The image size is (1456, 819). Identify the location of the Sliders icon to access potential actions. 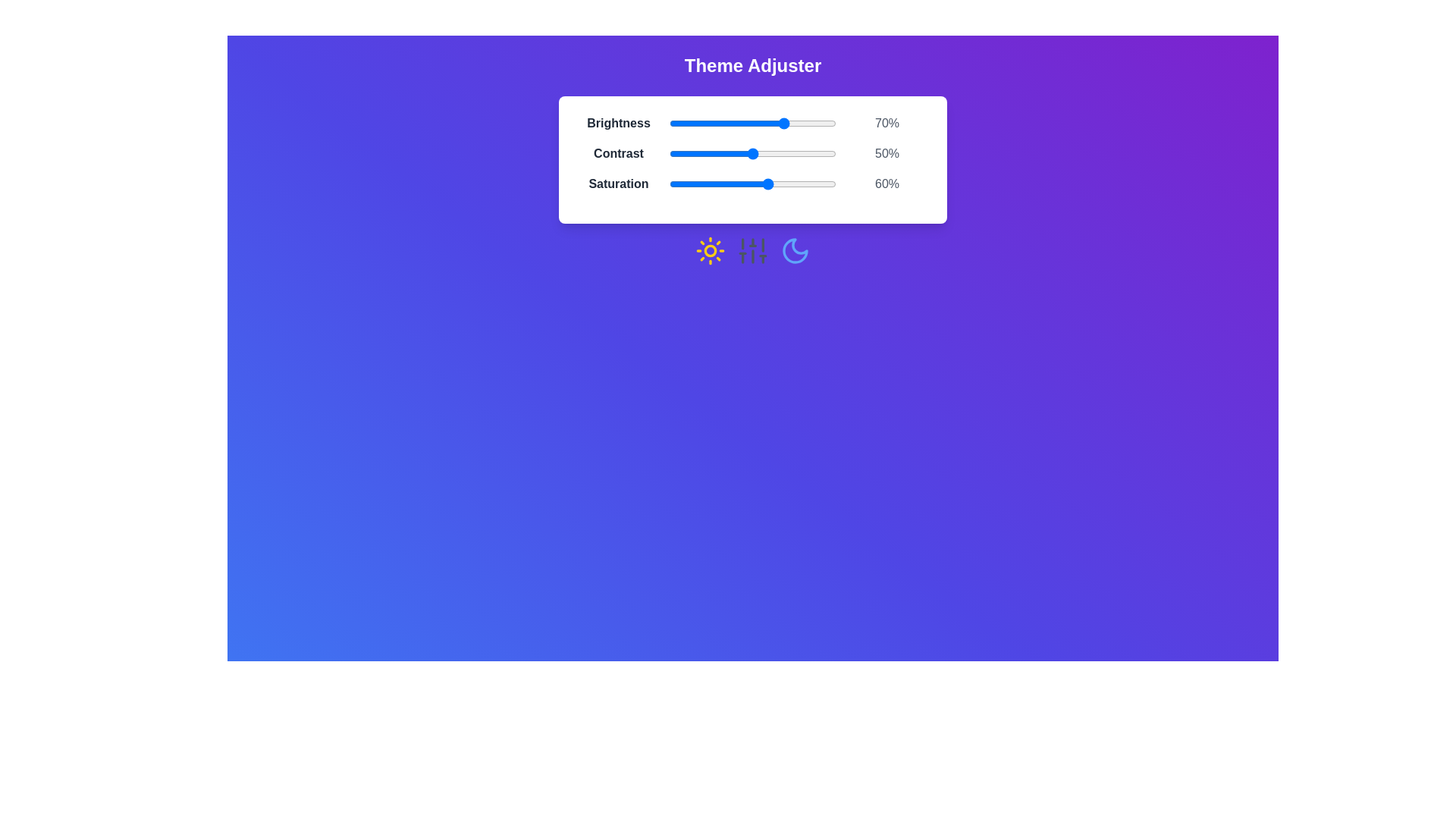
(753, 250).